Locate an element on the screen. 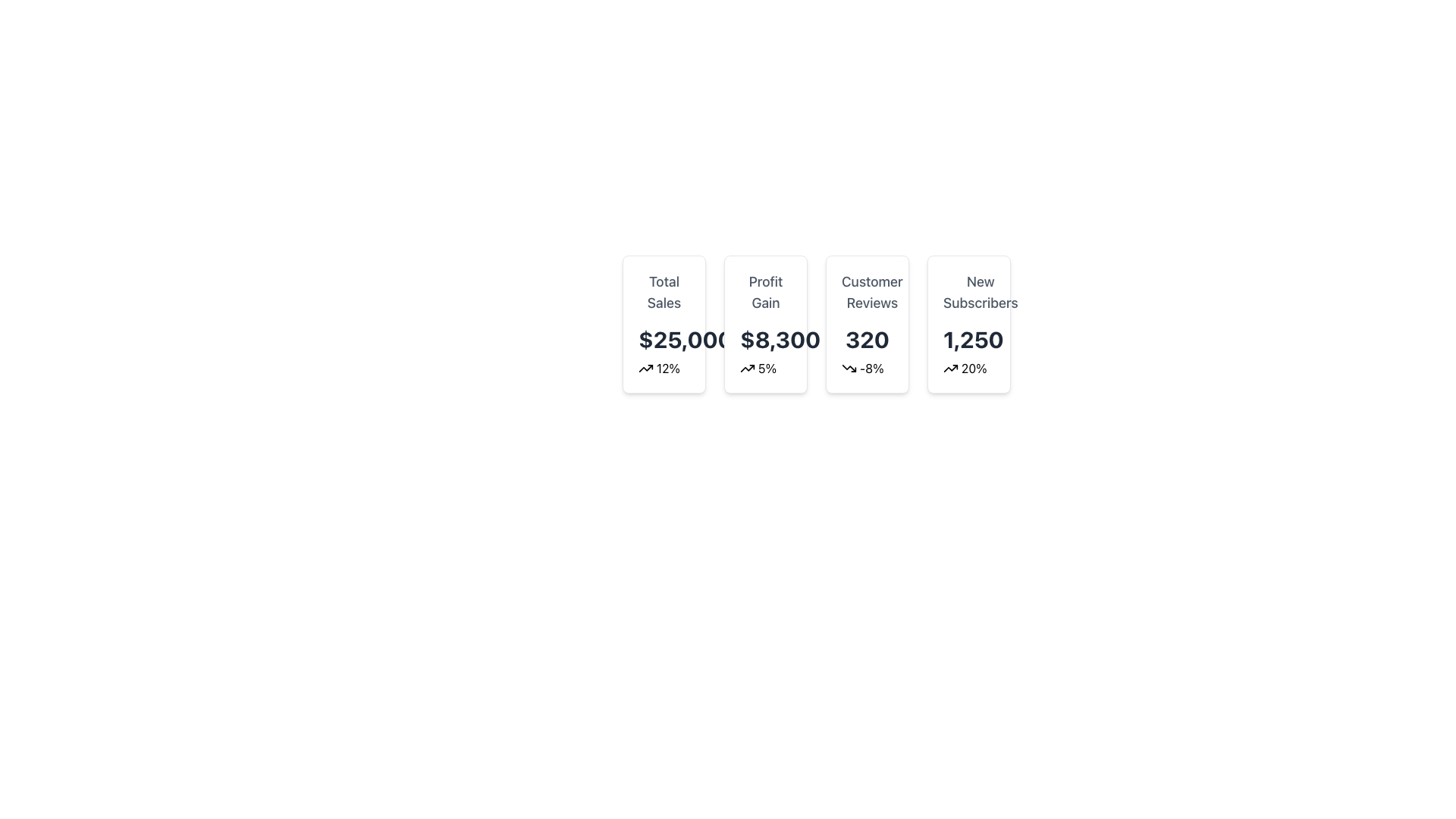  the 'New Subscribers' label, which is located in the rightmost card of a row of cards, displaying in dark gray font and centered alignment is located at coordinates (968, 292).